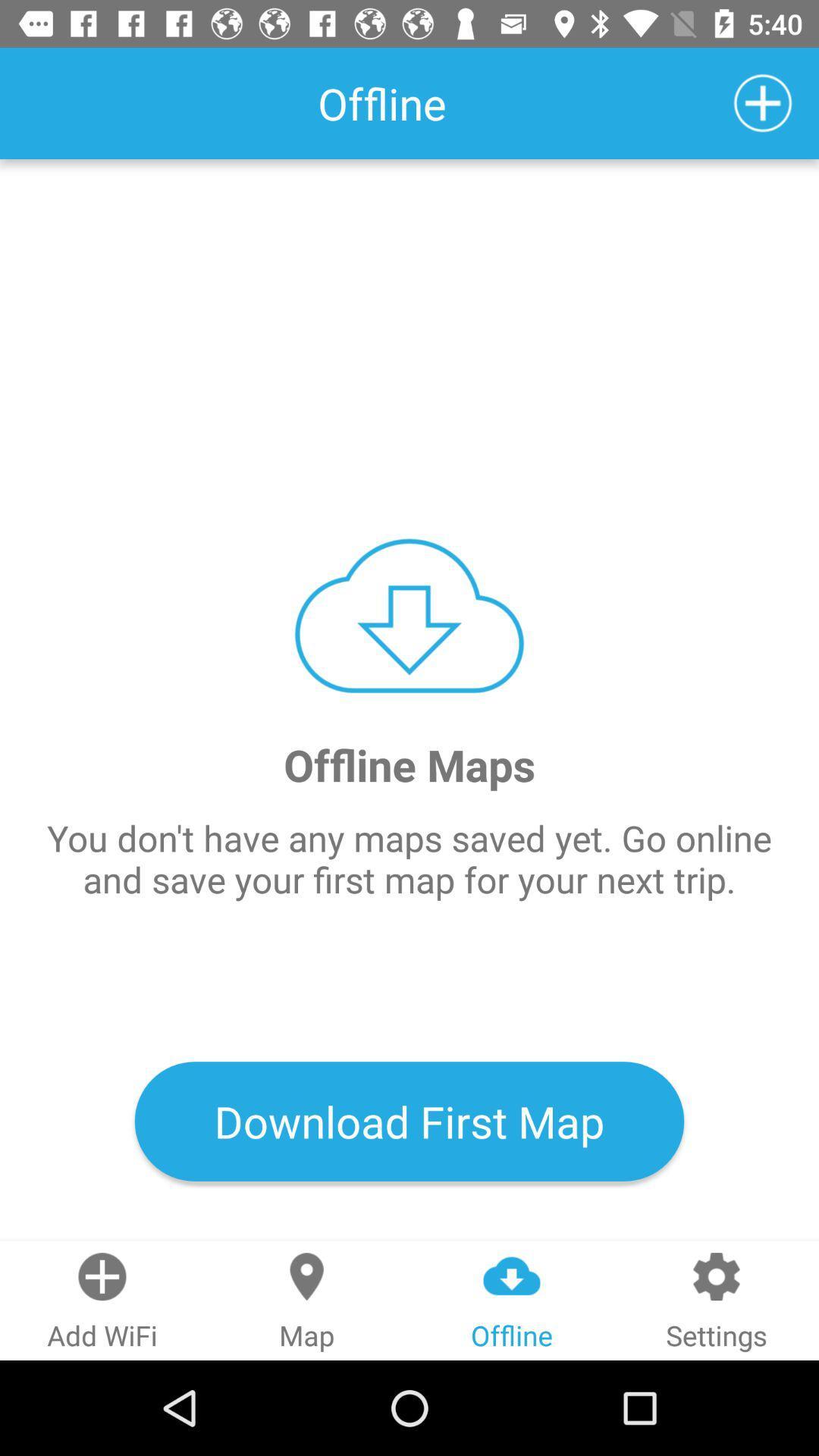 The height and width of the screenshot is (1456, 819). I want to click on the item next to the offline item, so click(763, 102).